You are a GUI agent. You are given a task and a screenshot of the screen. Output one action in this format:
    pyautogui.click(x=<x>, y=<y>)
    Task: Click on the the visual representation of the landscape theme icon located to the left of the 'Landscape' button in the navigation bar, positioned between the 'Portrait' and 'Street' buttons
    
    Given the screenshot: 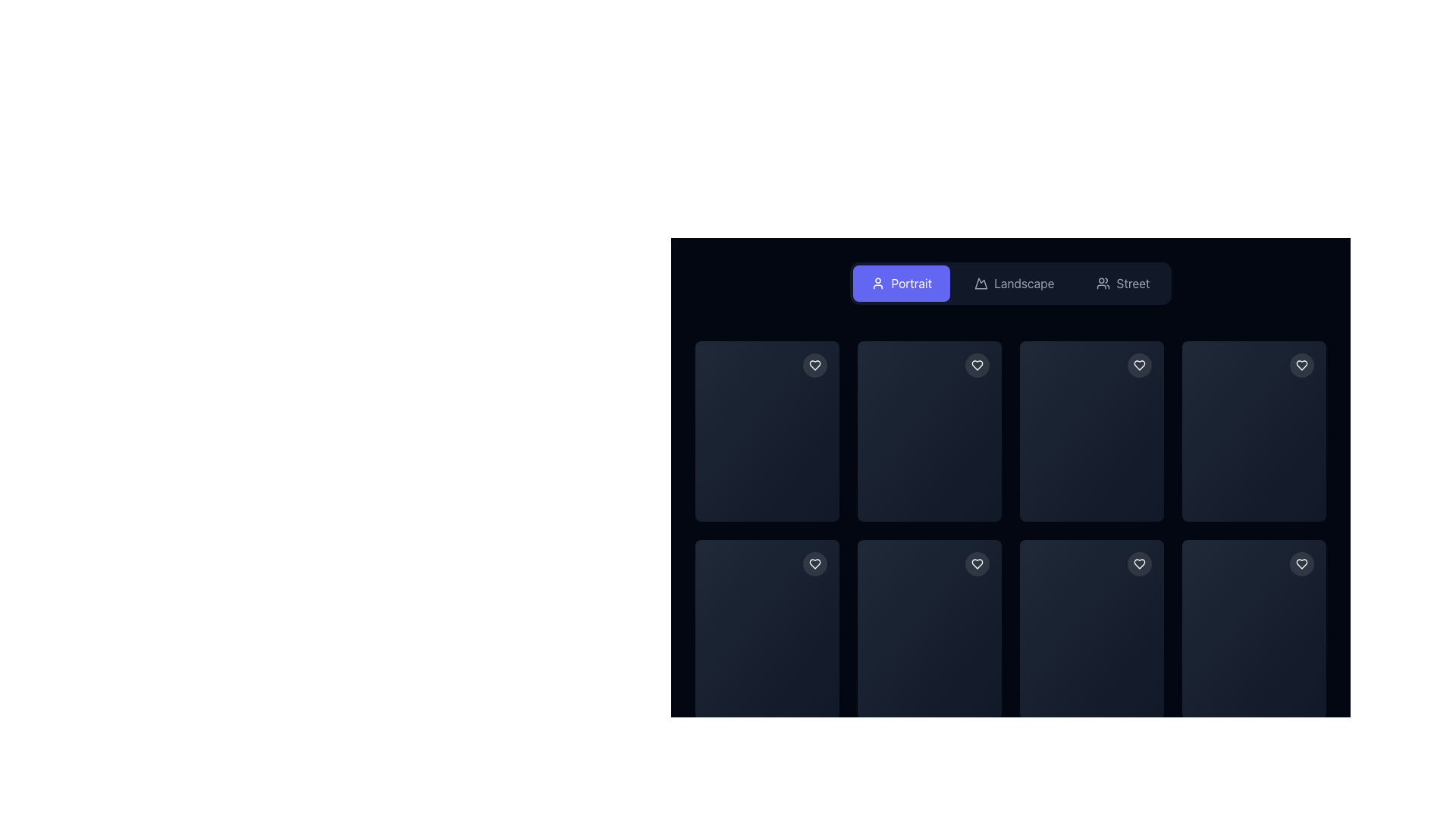 What is the action you would take?
    pyautogui.click(x=981, y=284)
    